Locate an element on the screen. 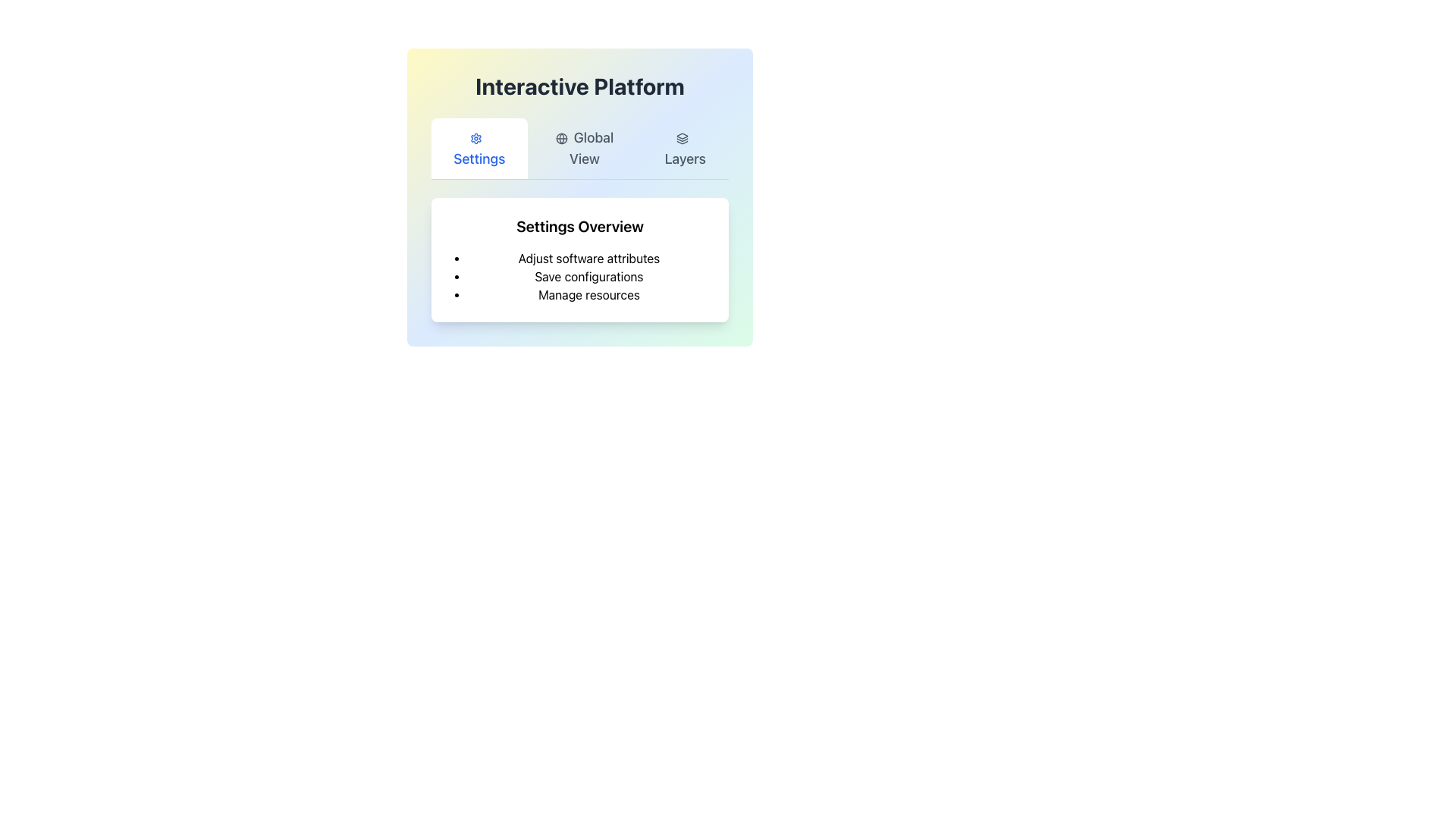 The width and height of the screenshot is (1456, 819). content displayed in the Informational Content Box, which is the third section below the navigation bar and presents an overview of settings options is located at coordinates (579, 234).